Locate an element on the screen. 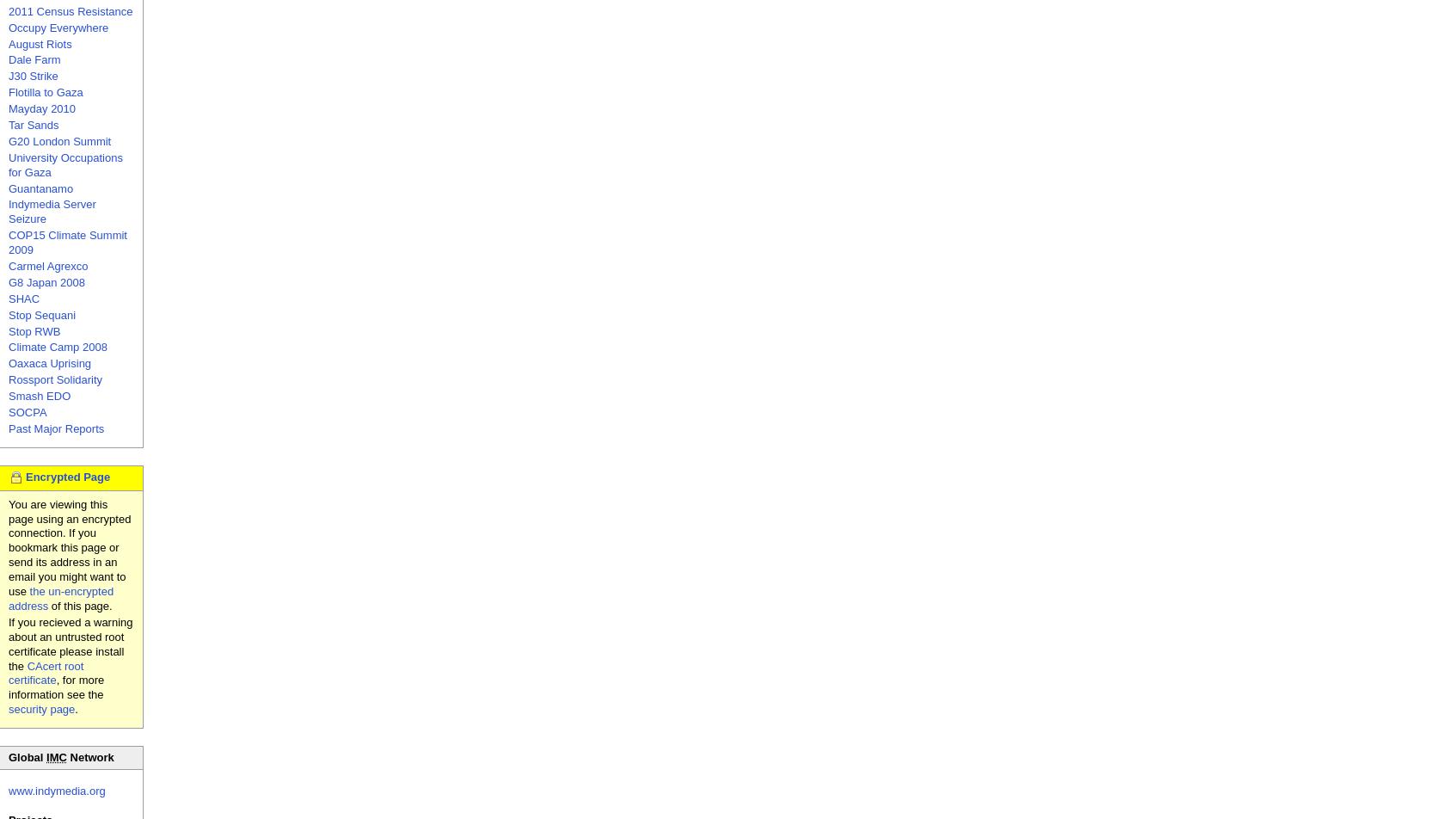  'G8 Japan 2008' is located at coordinates (46, 281).